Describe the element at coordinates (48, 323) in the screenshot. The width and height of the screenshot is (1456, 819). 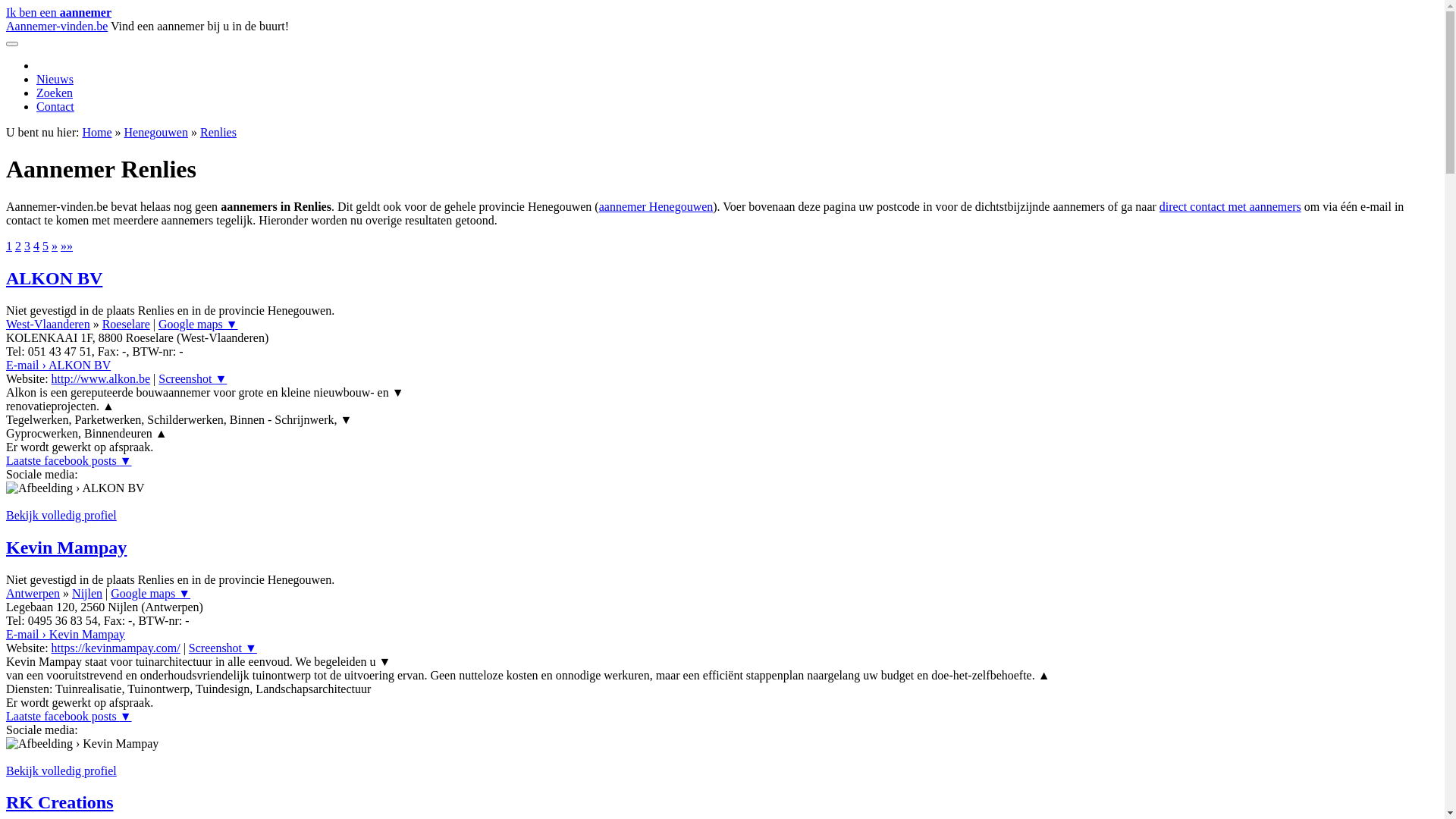
I see `'West-Vlaanderen'` at that location.